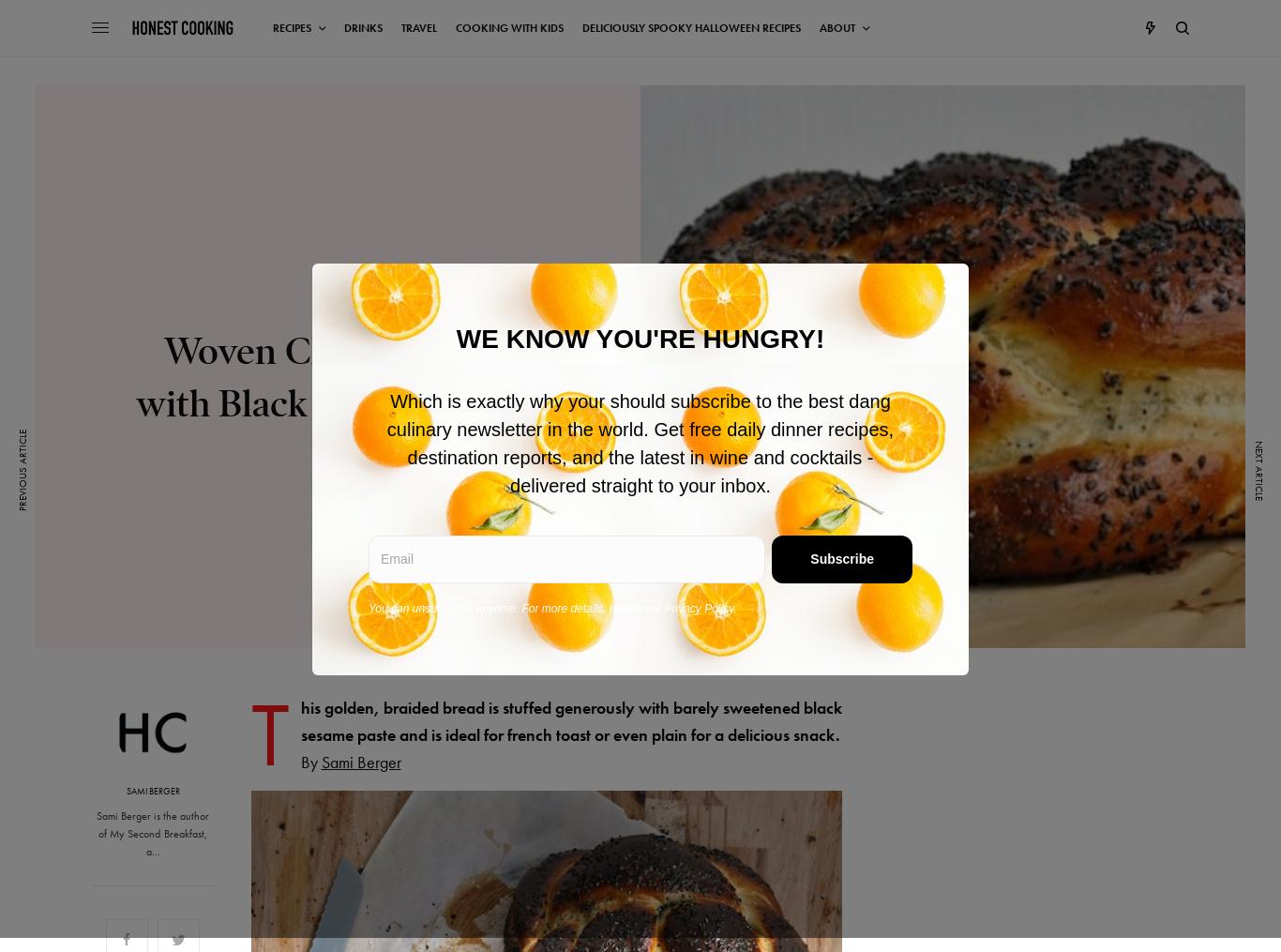 The image size is (1281, 952). I want to click on 'Featured', so click(336, 305).